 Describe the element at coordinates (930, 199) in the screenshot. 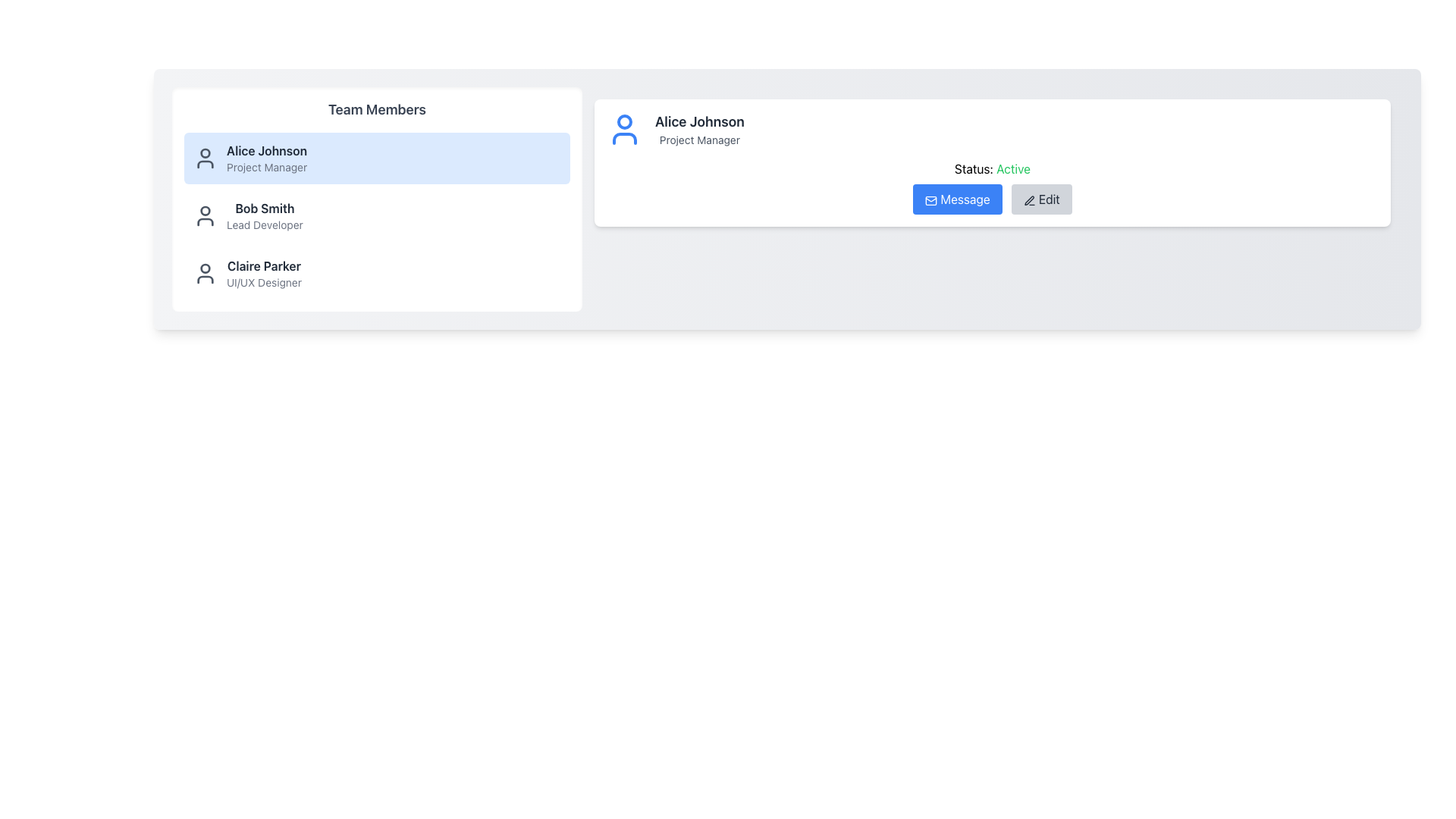

I see `the upper blue rectangle within the envelope icon of the 'Message' button in Alice Johnson's profile details` at that location.